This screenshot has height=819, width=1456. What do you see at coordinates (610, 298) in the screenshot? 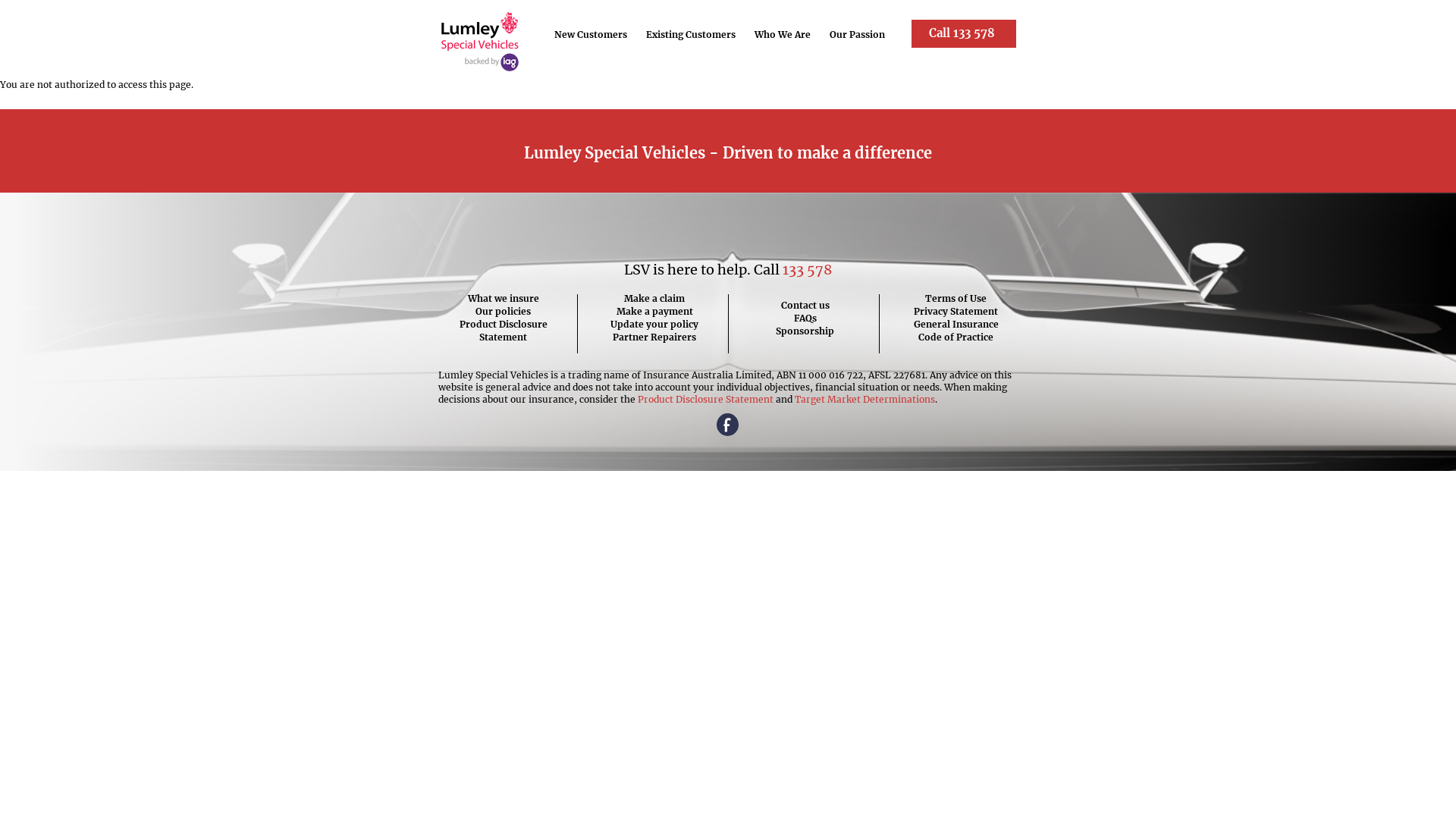
I see `'Make a claim'` at bounding box center [610, 298].